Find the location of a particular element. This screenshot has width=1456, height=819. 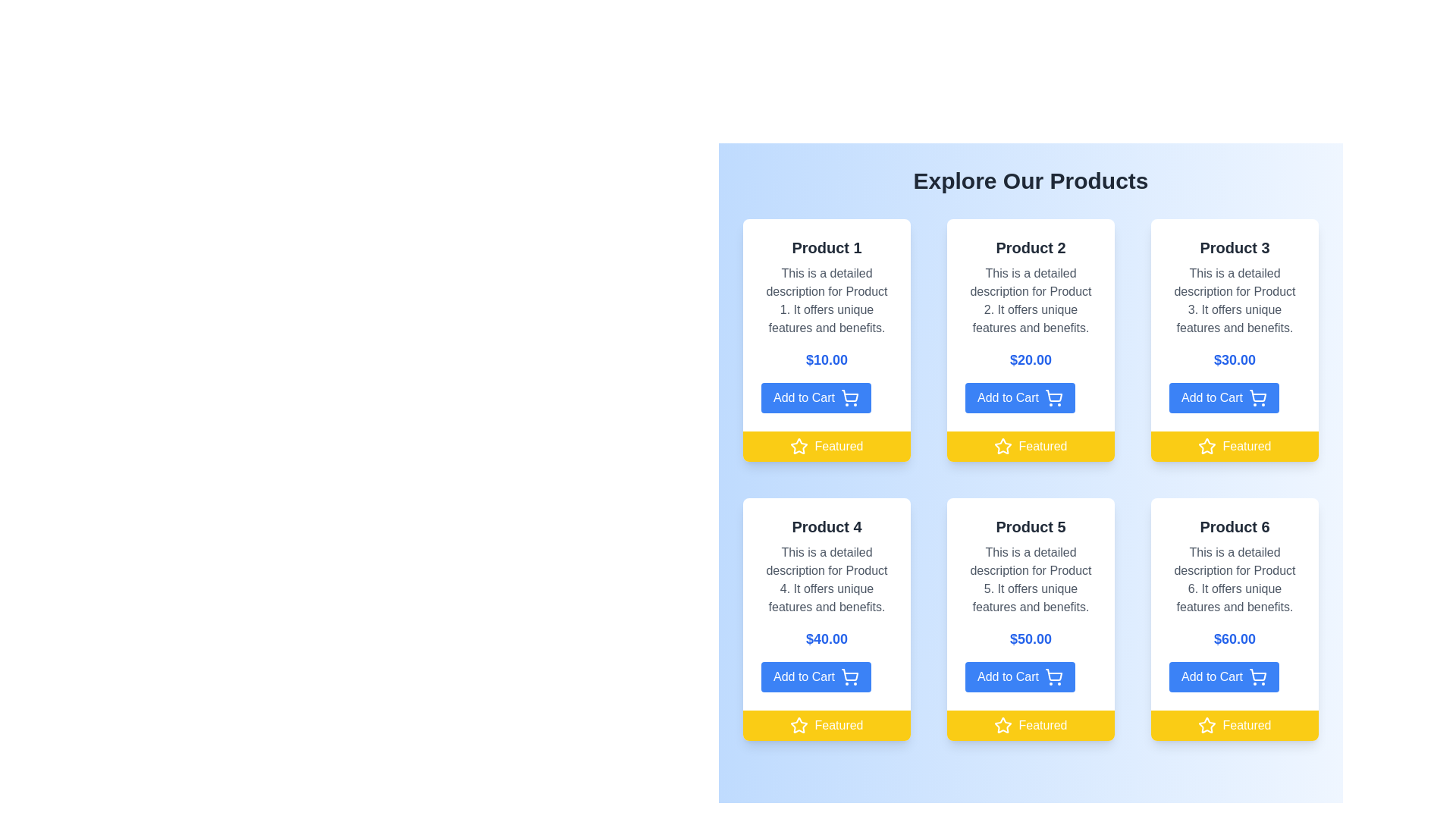

the shopping cart icon within the 'Add to Cart' button for 'Product 2' in the second column of the top row is located at coordinates (1053, 397).